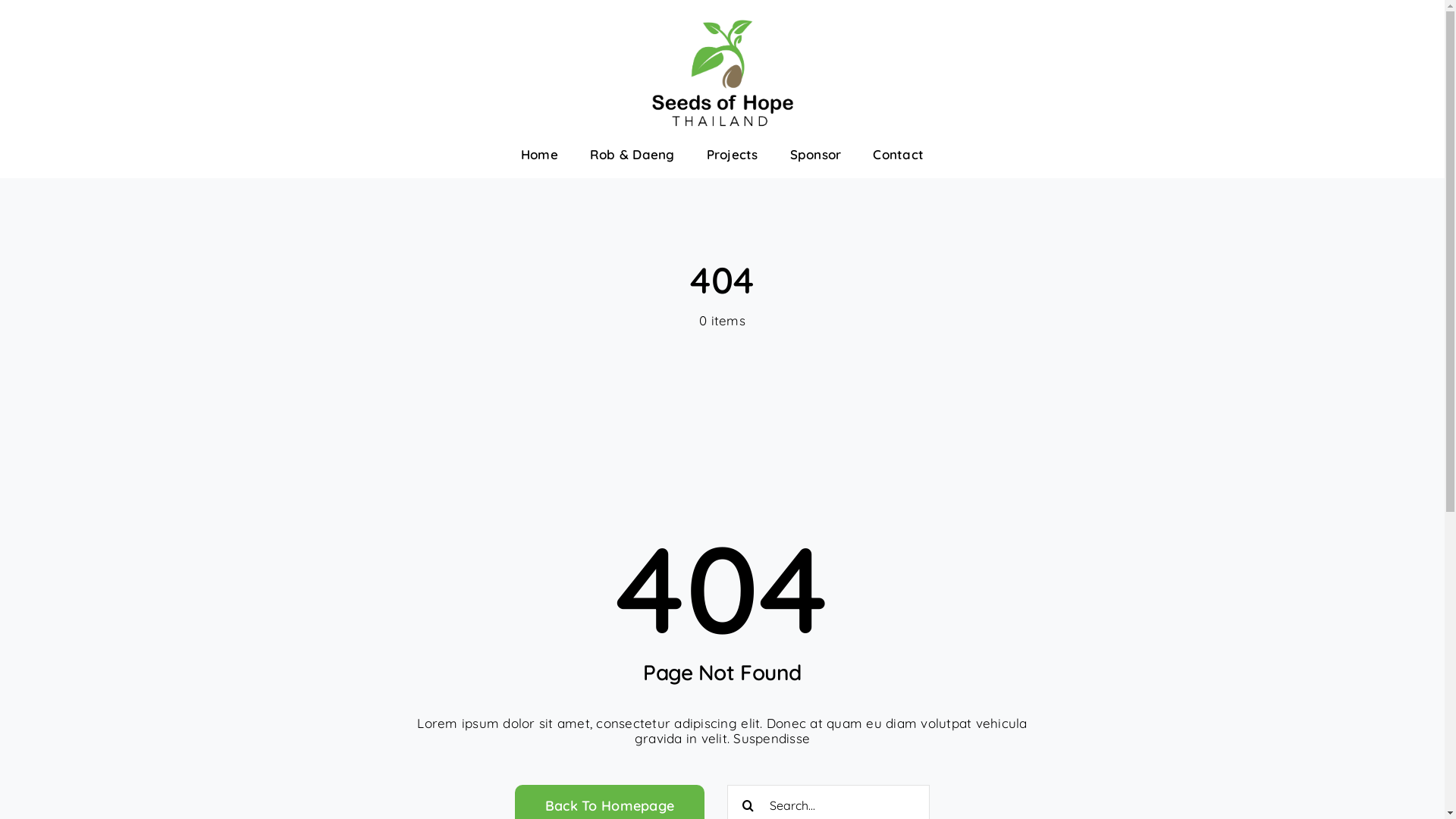 The image size is (1456, 819). What do you see at coordinates (732, 155) in the screenshot?
I see `'Projects'` at bounding box center [732, 155].